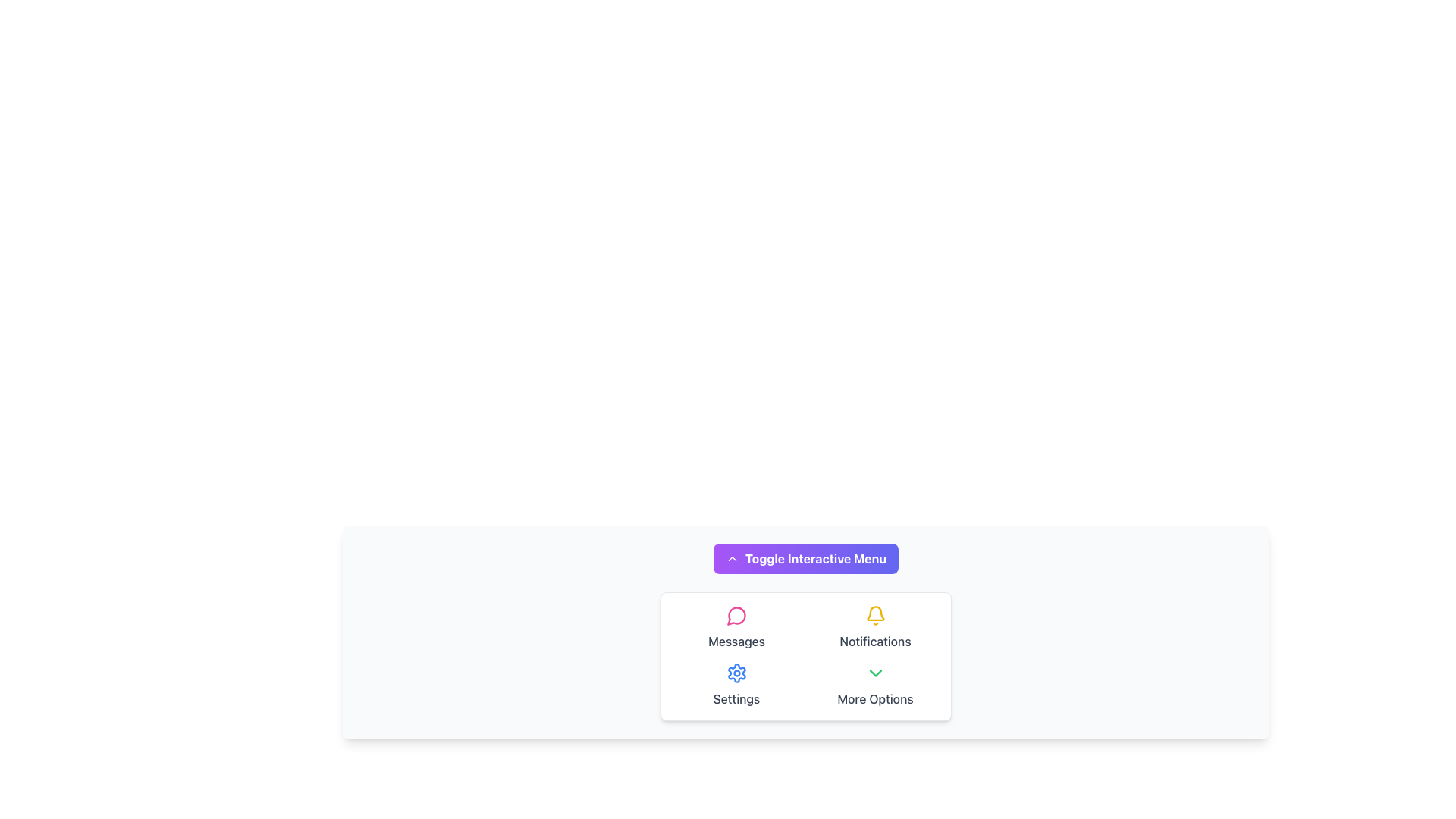 This screenshot has width=1456, height=819. Describe the element at coordinates (805, 558) in the screenshot. I see `the 'Toggle Interactive Menu' button with a gradient background transitioning from purple to indigo to activate its hover effects` at that location.